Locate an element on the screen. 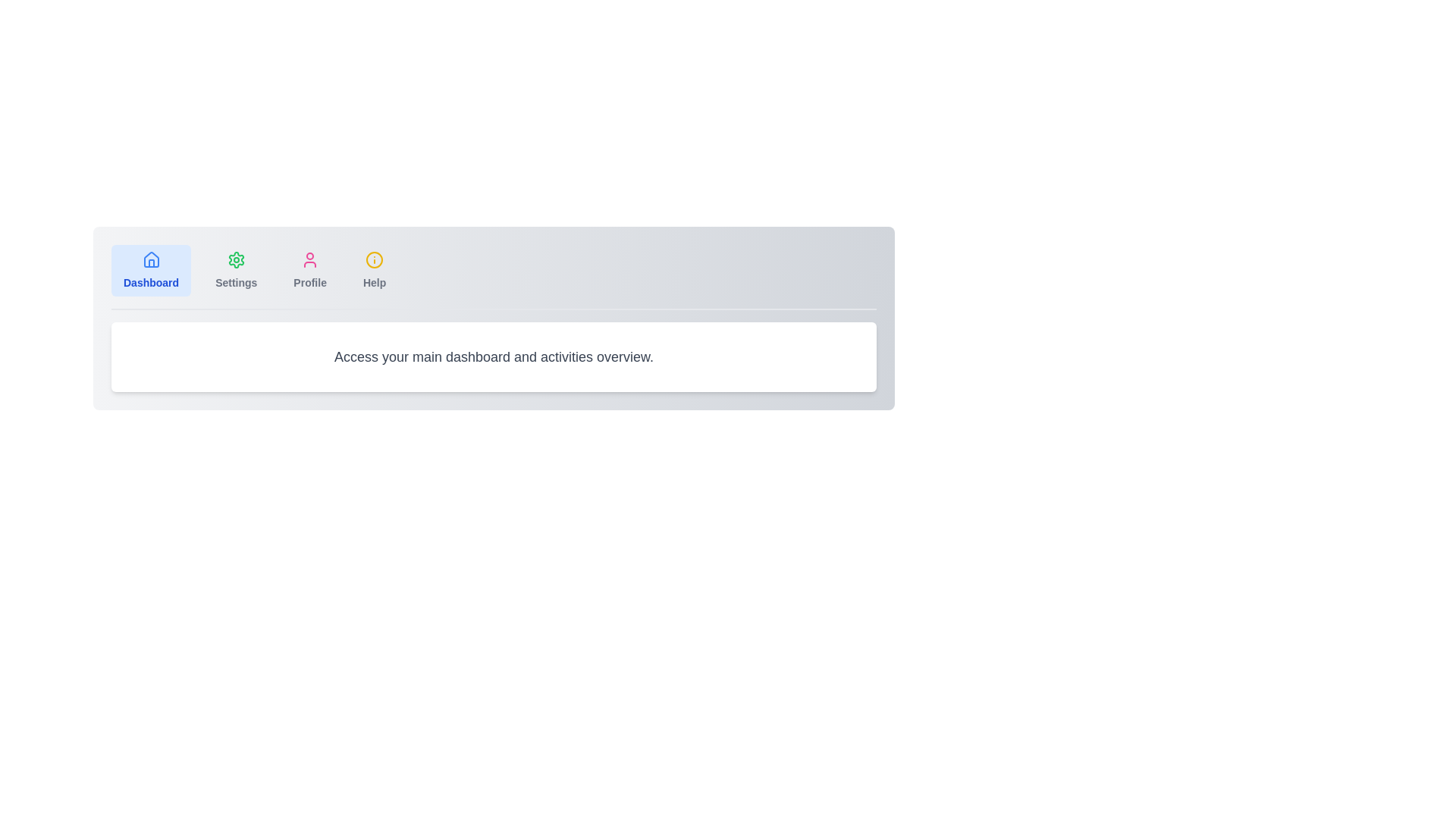 The image size is (1456, 819). the Profile tab to view its content is located at coordinates (309, 270).